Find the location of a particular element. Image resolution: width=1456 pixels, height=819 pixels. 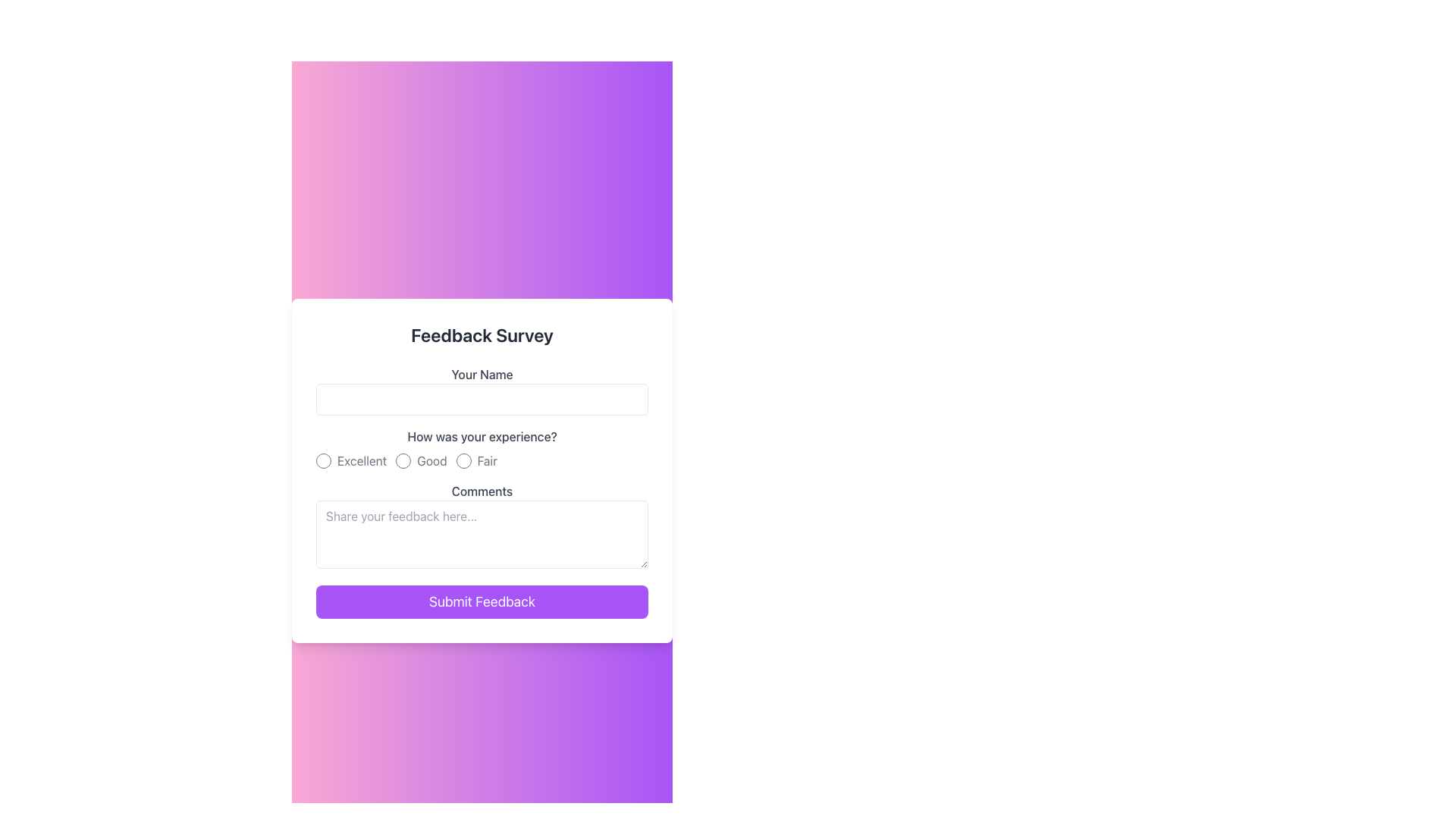

the left-most circular radio button labeled 'Excellent' is located at coordinates (323, 460).